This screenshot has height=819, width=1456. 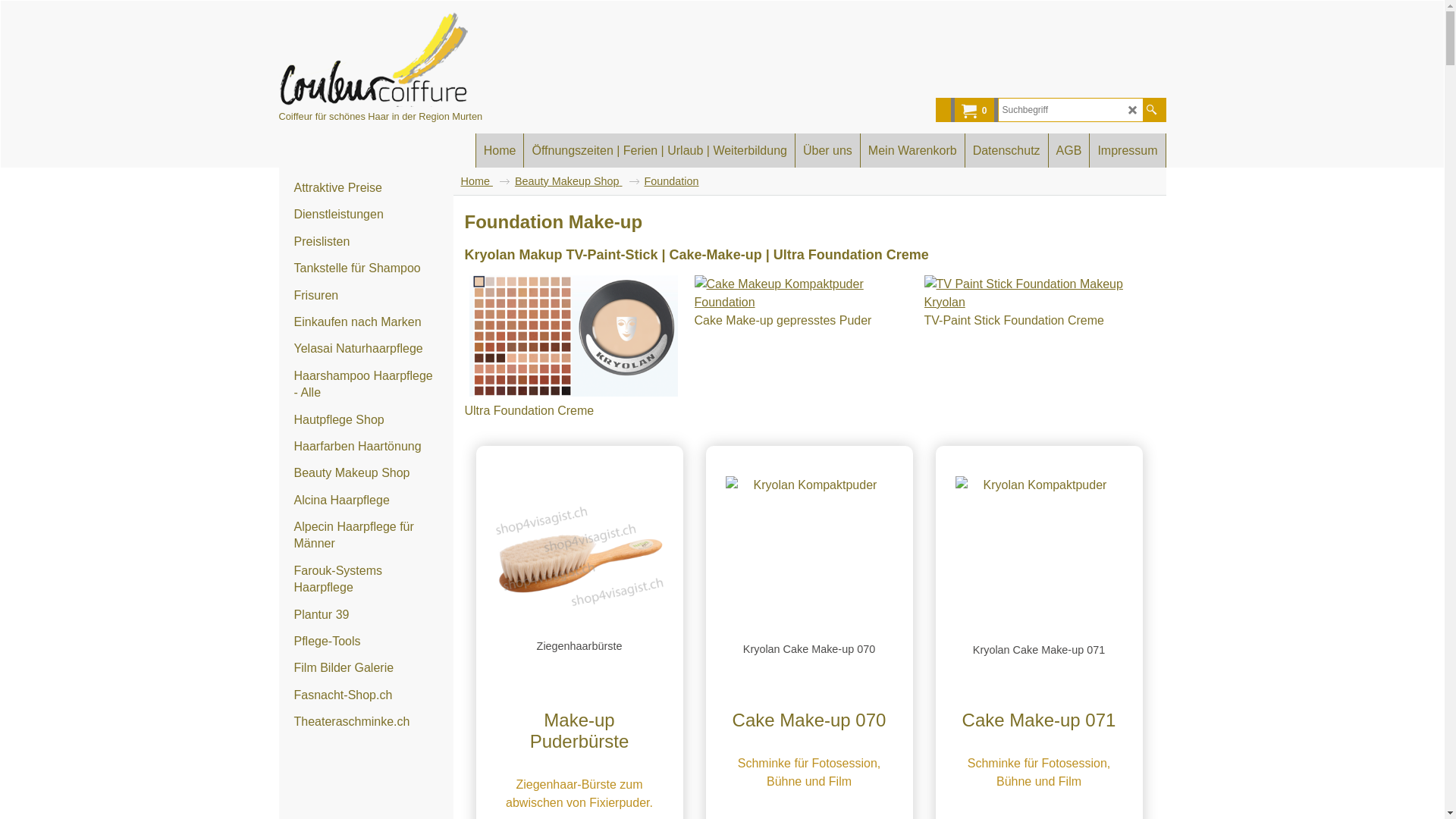 I want to click on 'Datenschutz', so click(x=964, y=150).